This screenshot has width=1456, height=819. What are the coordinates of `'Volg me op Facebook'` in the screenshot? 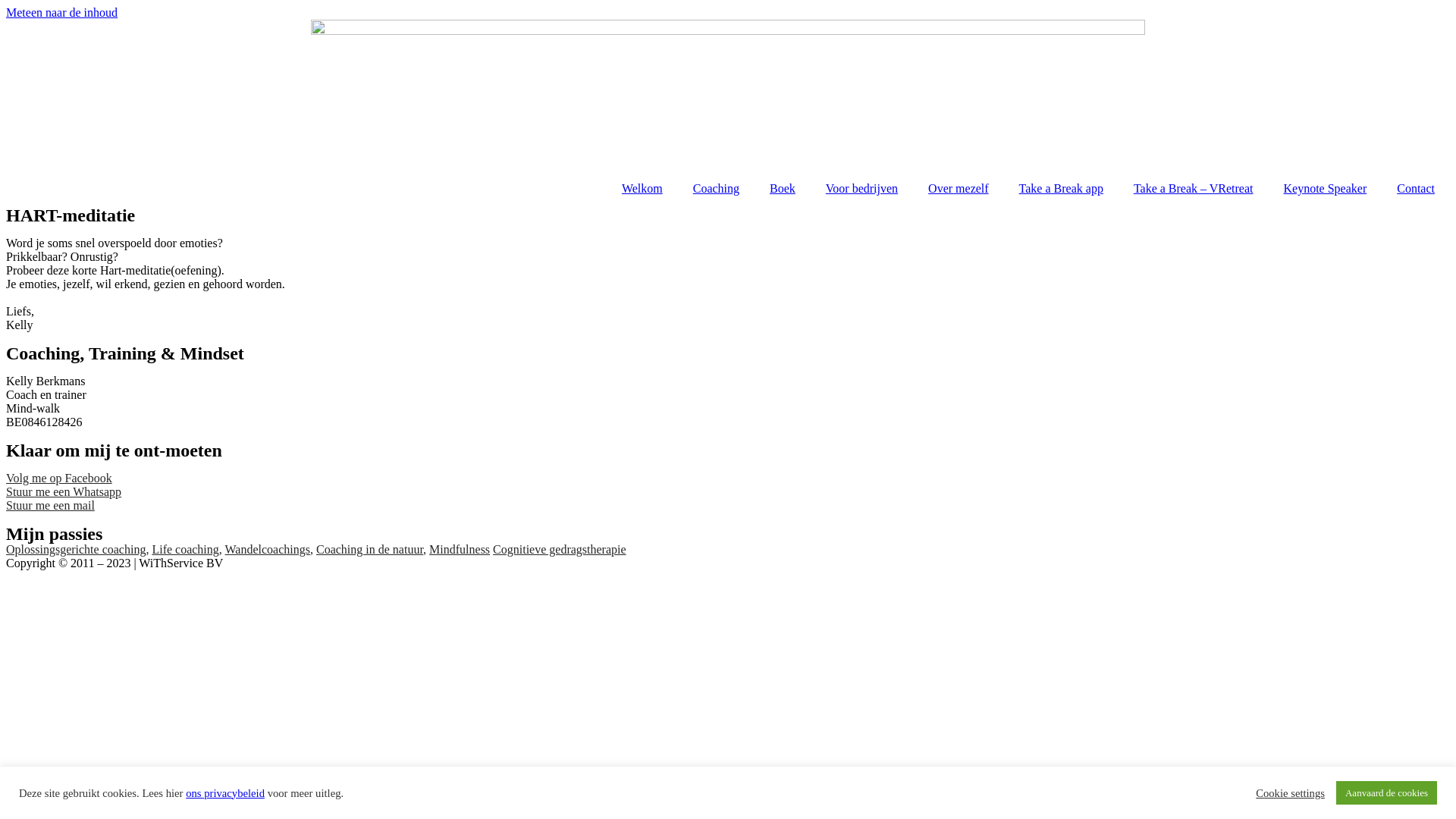 It's located at (58, 478).